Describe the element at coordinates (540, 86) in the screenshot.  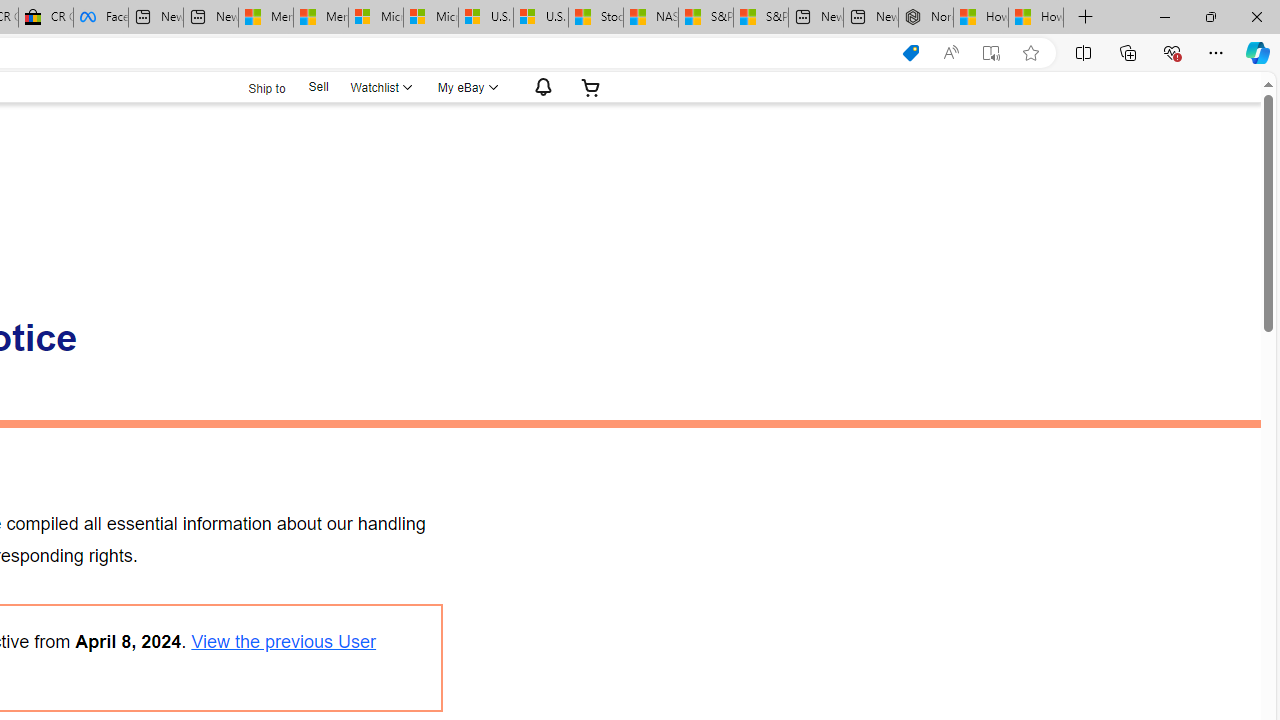
I see `'AutomationID: gh-eb-Alerts'` at that location.